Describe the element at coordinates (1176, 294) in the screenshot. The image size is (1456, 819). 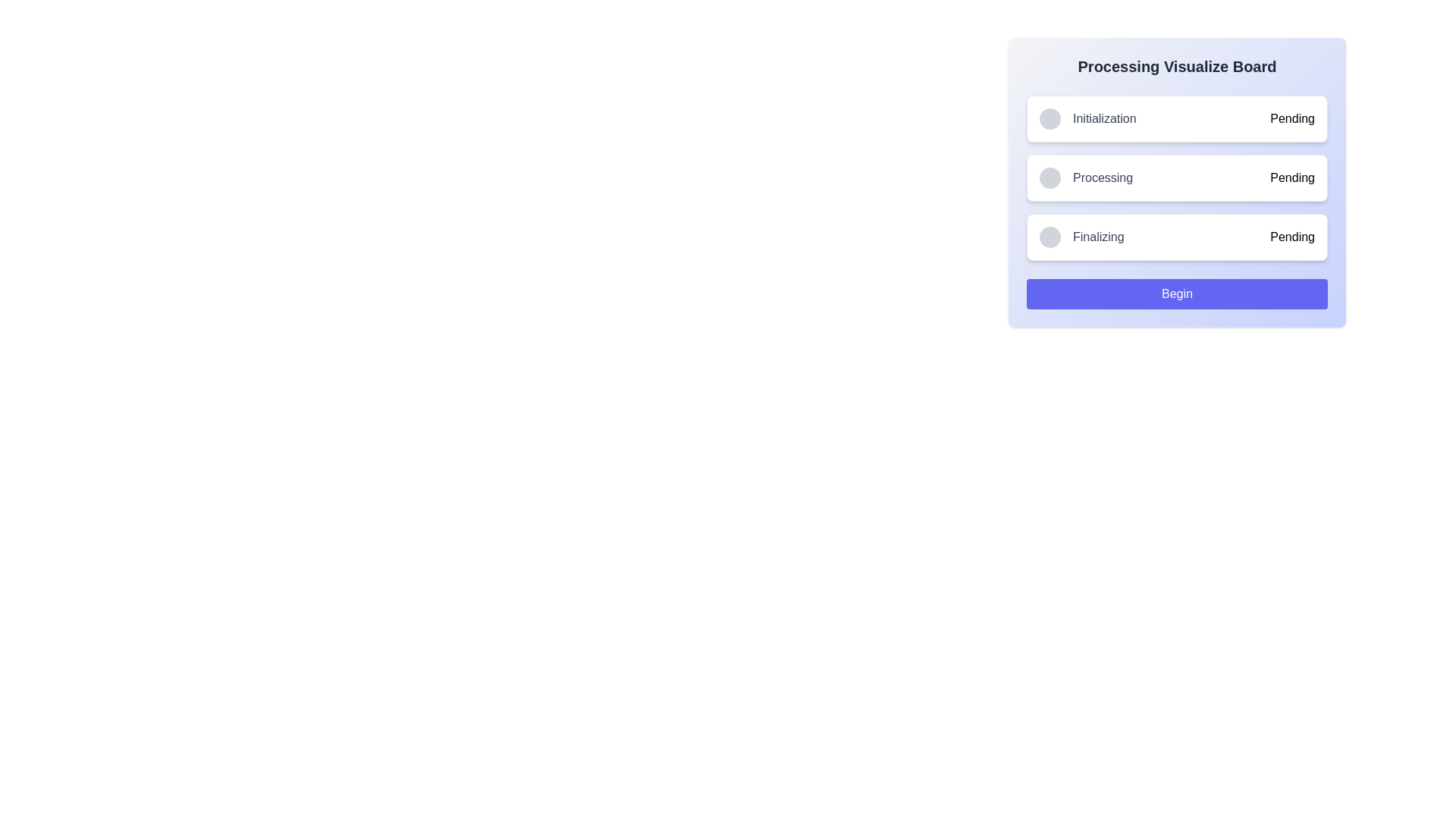
I see `the blue rectangular button labeled 'Begin' located at the bottom of the 'Processing Visualize Board' panel to trigger the hover effect that changes its background color` at that location.